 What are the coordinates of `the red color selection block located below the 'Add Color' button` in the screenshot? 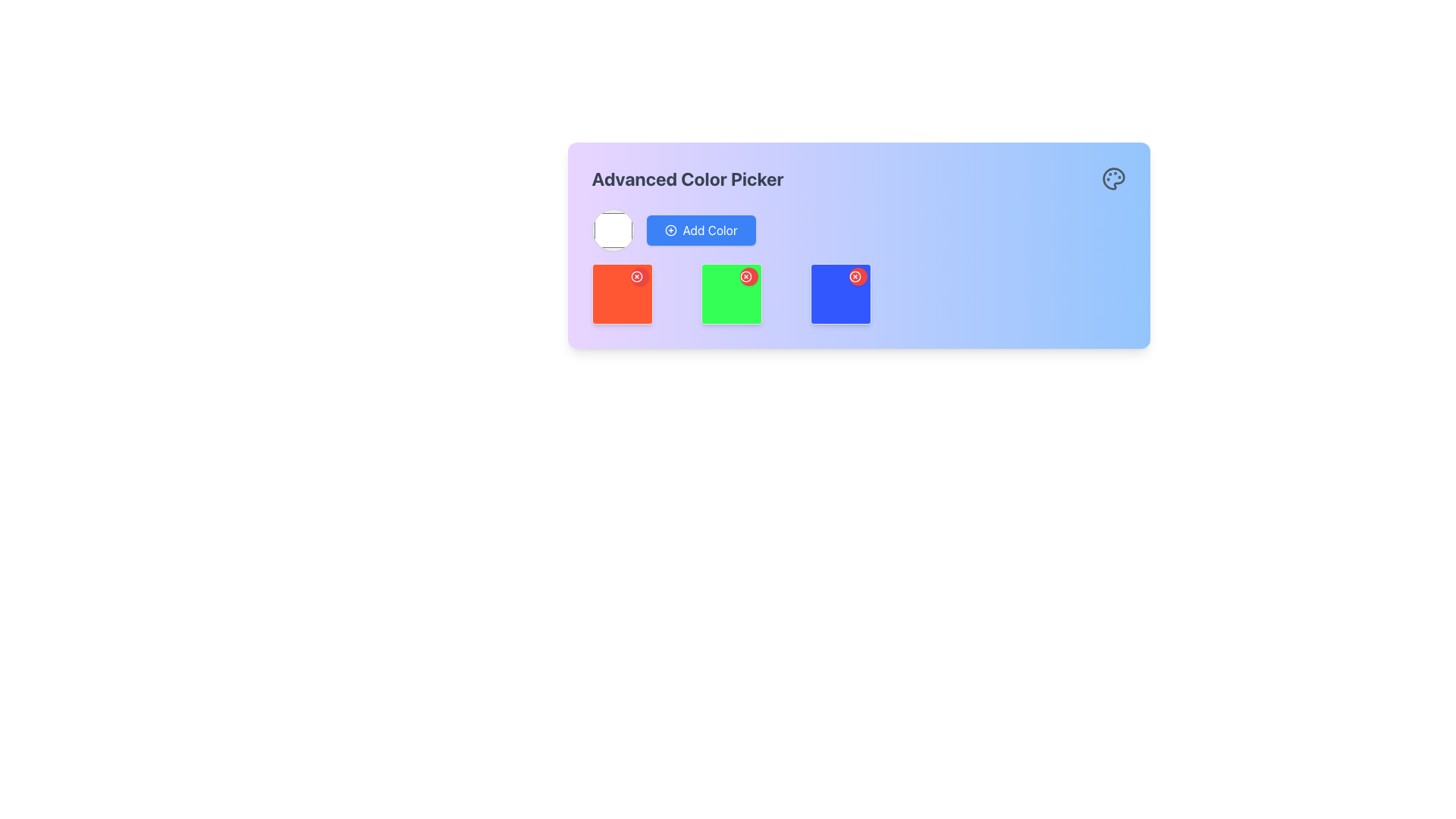 It's located at (622, 294).